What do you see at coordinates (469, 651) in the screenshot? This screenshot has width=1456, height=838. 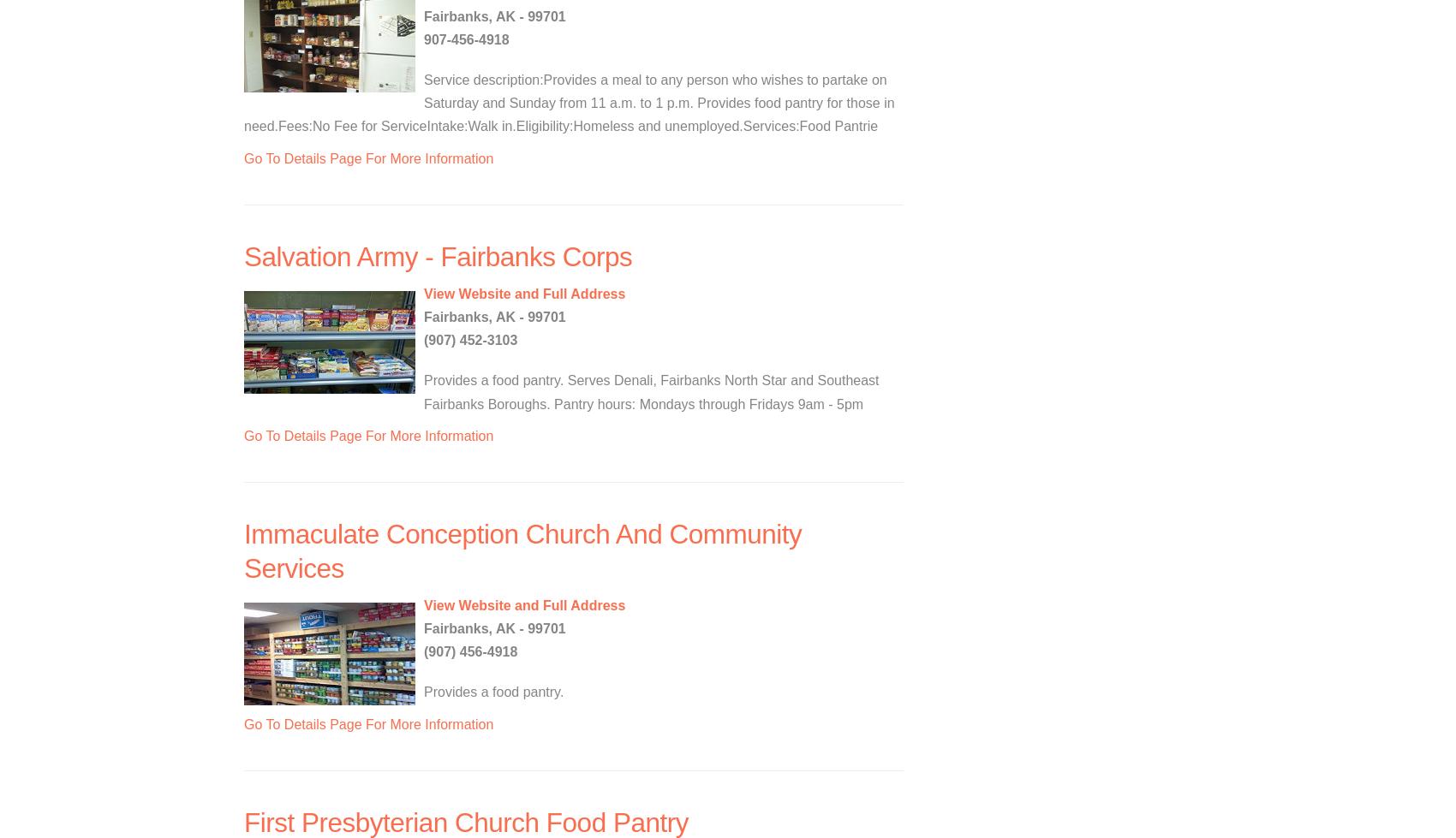 I see `'(907) 456-4918'` at bounding box center [469, 651].